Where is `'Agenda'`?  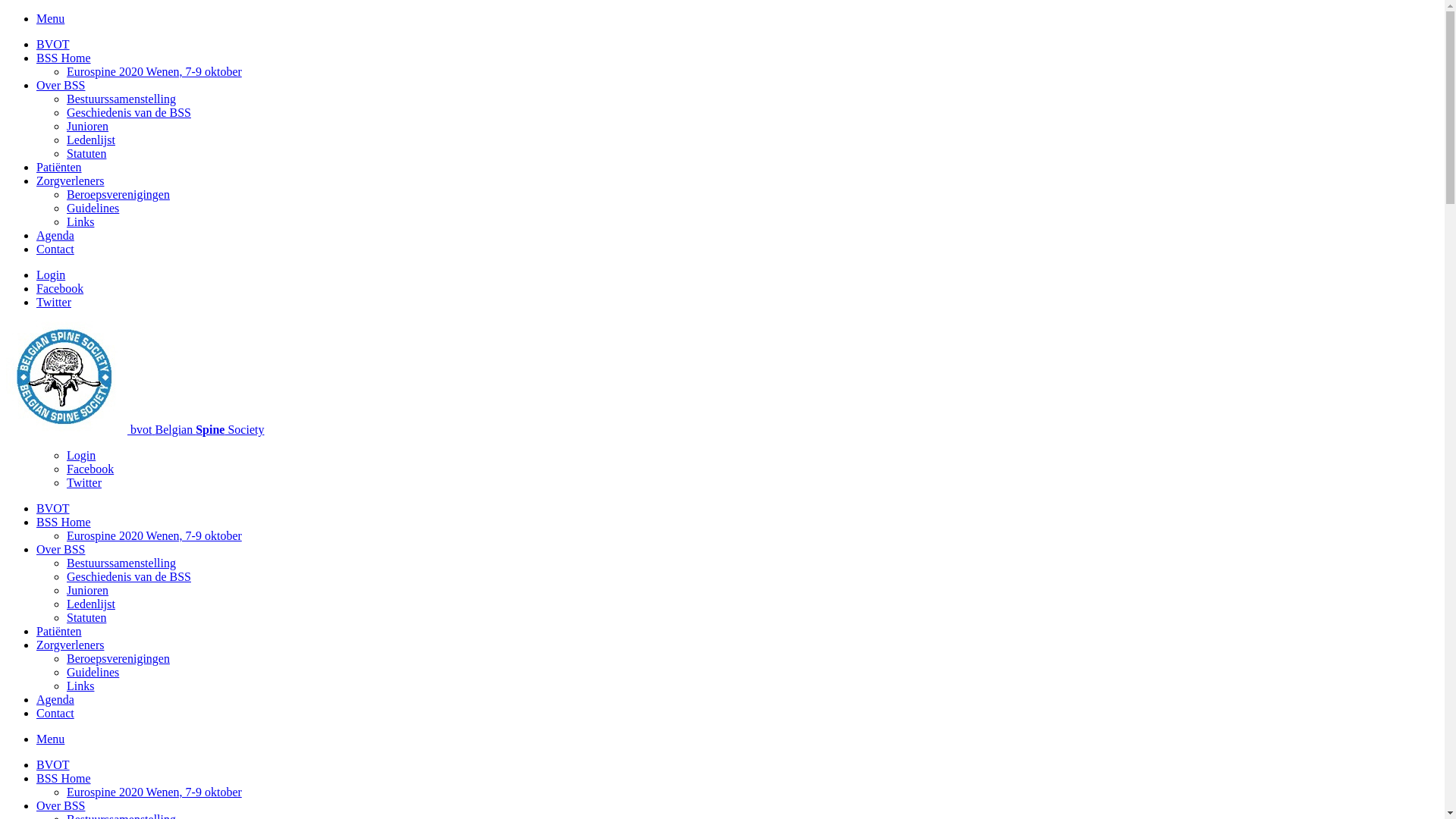
'Agenda' is located at coordinates (36, 235).